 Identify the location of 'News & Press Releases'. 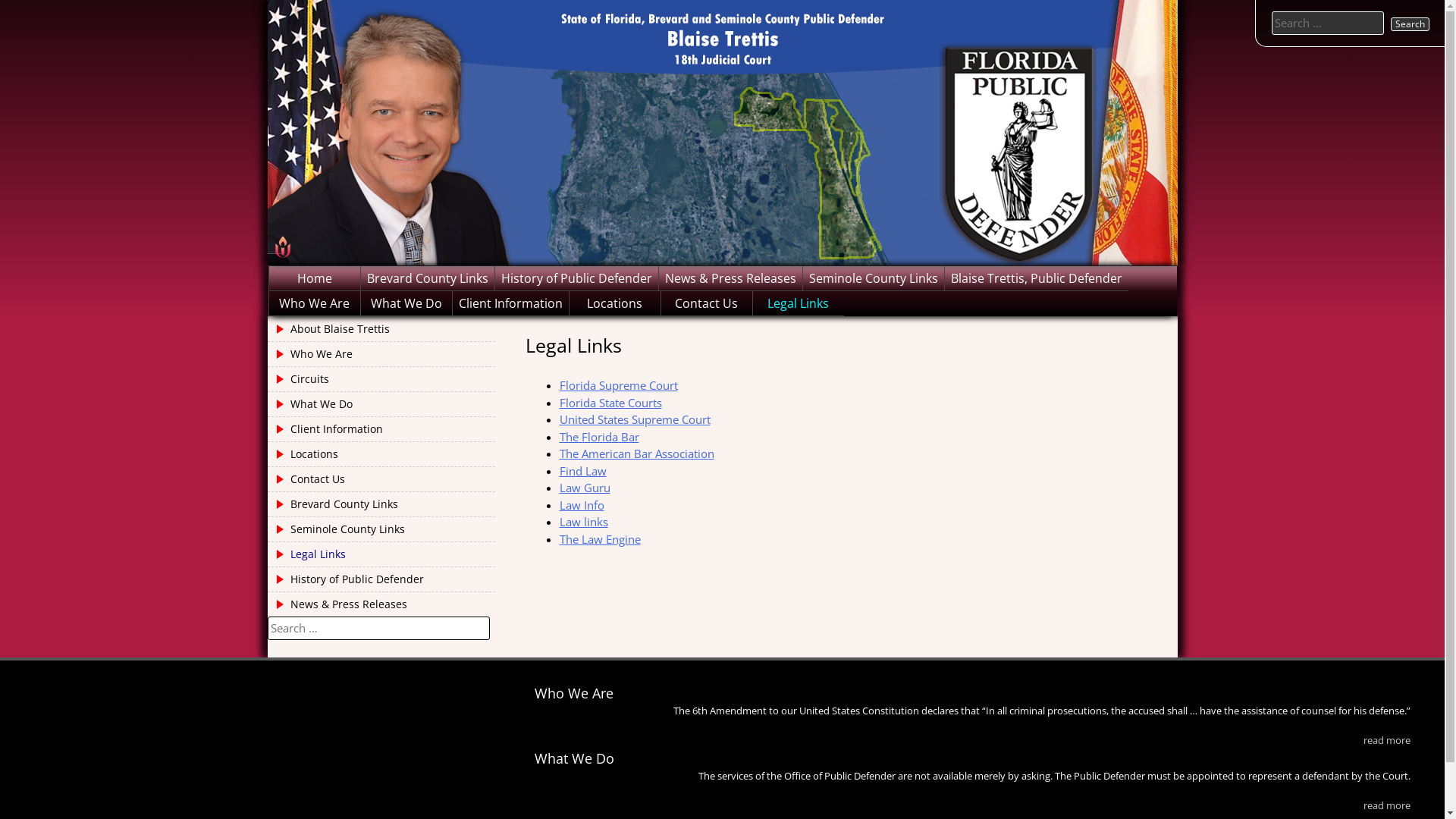
(381, 604).